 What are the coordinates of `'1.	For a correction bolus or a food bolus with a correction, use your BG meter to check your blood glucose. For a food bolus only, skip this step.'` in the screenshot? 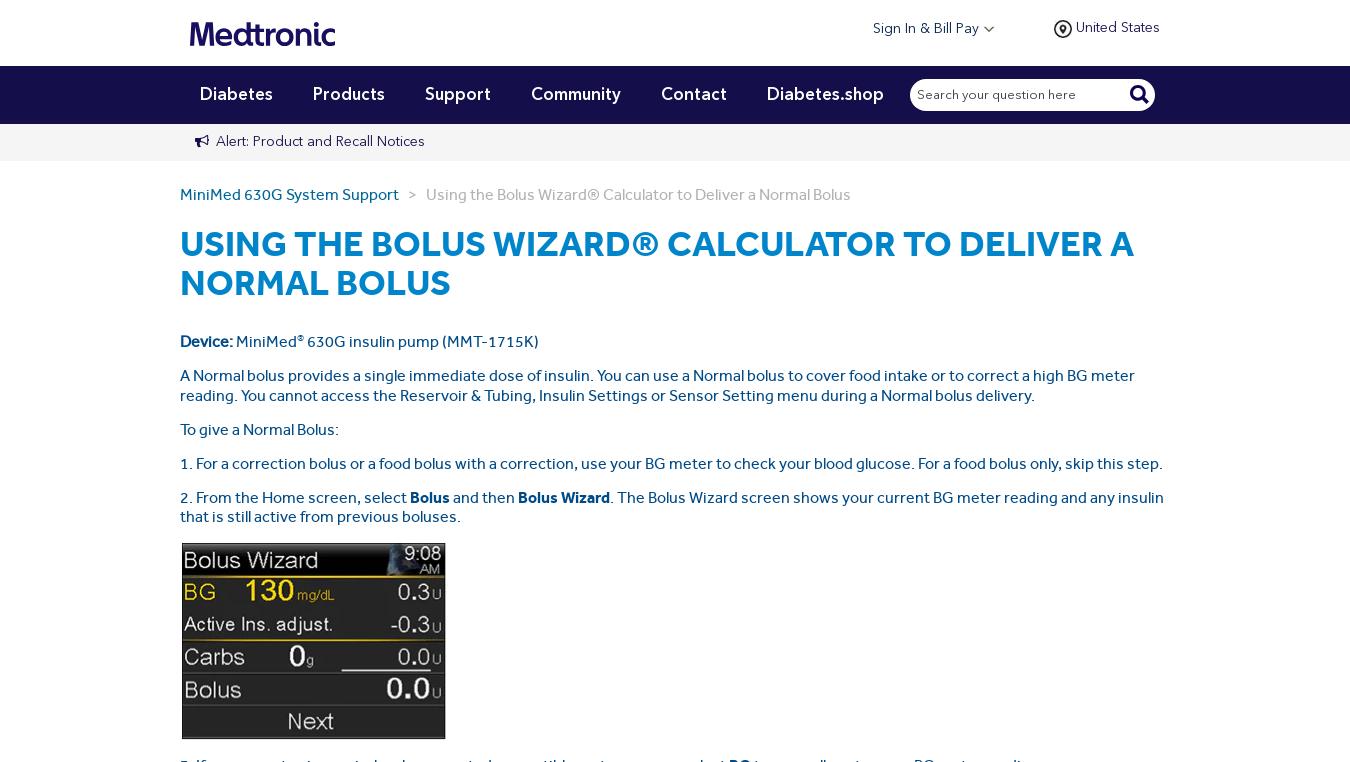 It's located at (179, 462).